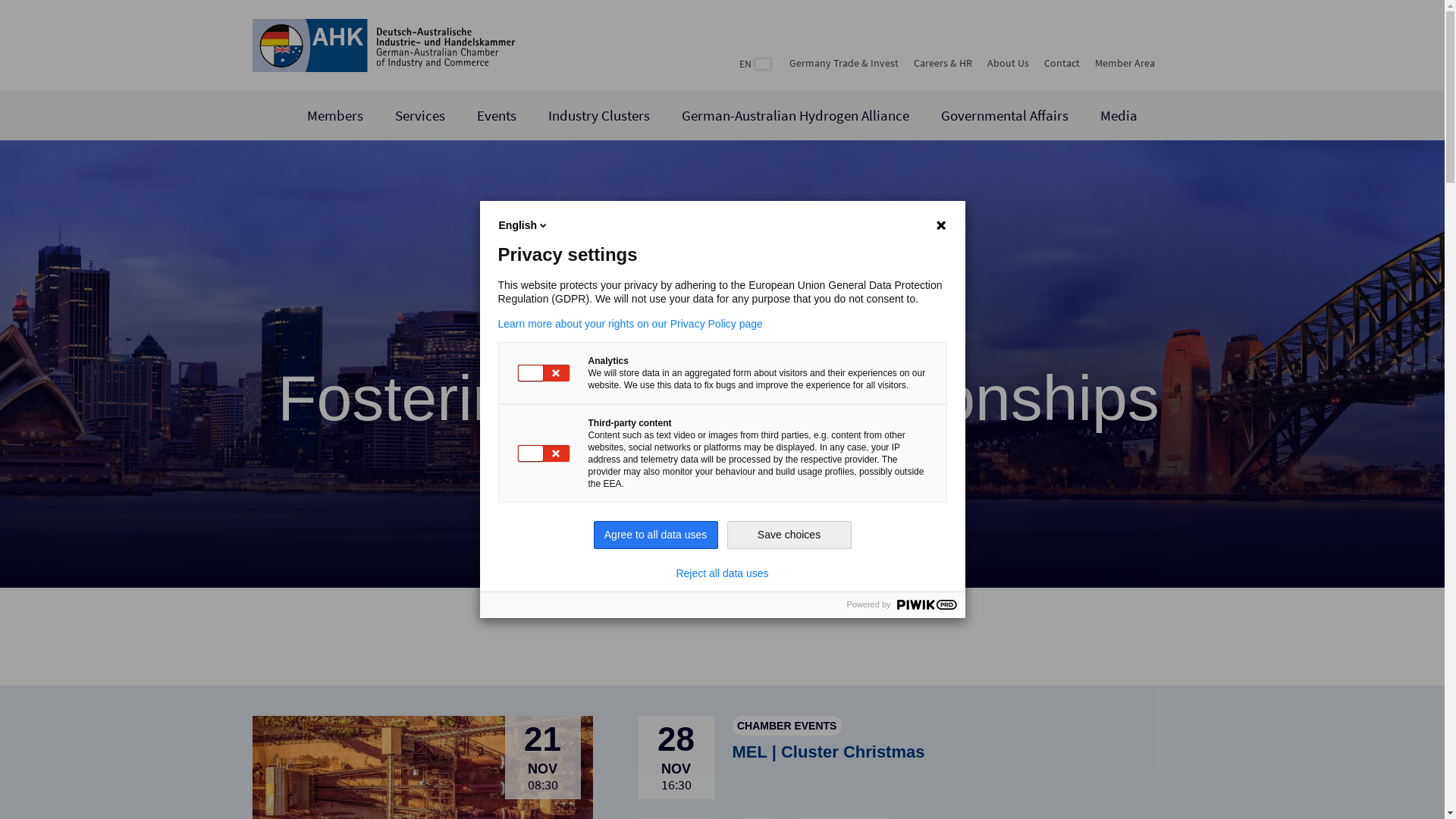  What do you see at coordinates (419, 115) in the screenshot?
I see `'Services'` at bounding box center [419, 115].